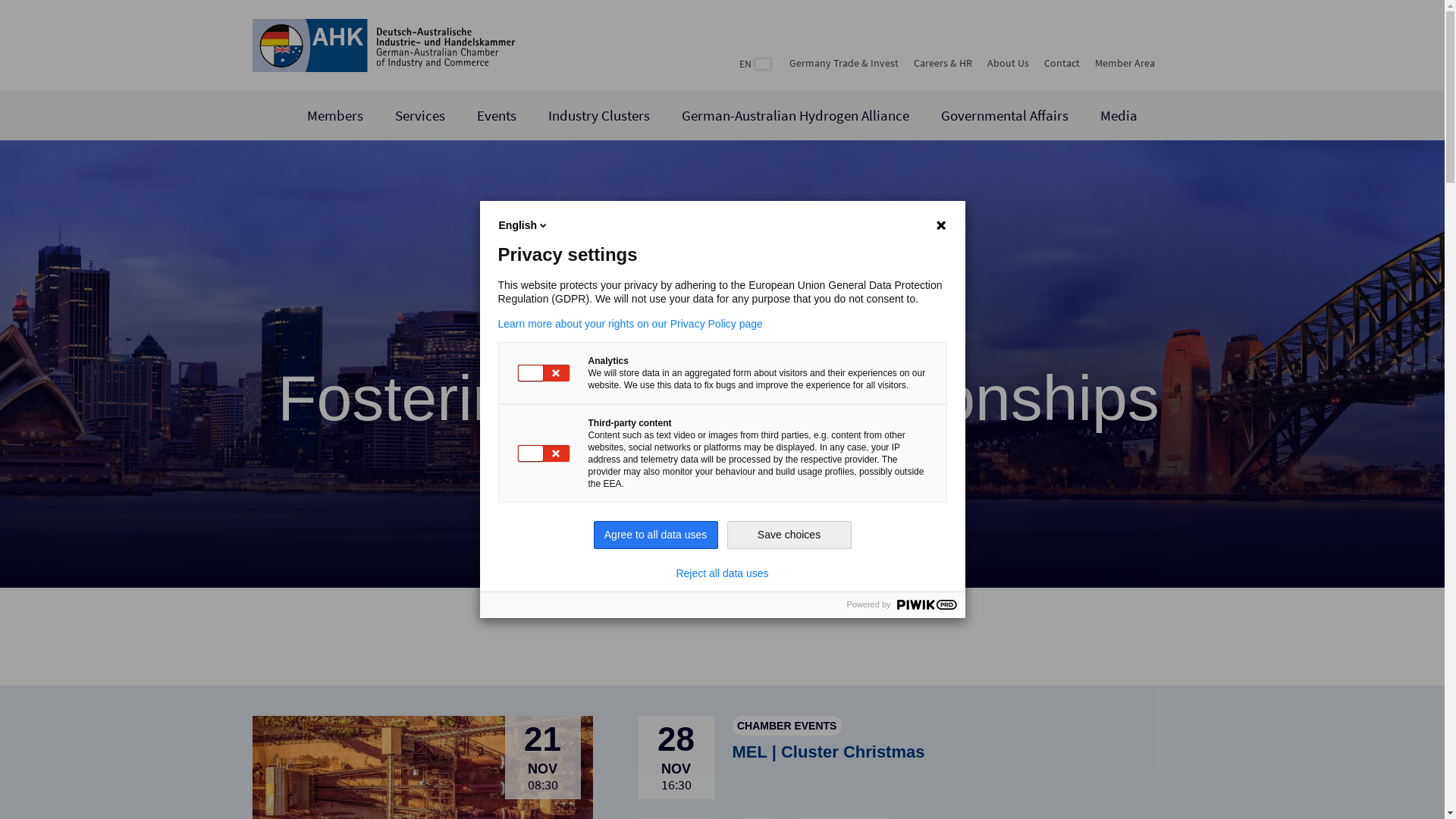  What do you see at coordinates (419, 115) in the screenshot?
I see `'Services'` at bounding box center [419, 115].